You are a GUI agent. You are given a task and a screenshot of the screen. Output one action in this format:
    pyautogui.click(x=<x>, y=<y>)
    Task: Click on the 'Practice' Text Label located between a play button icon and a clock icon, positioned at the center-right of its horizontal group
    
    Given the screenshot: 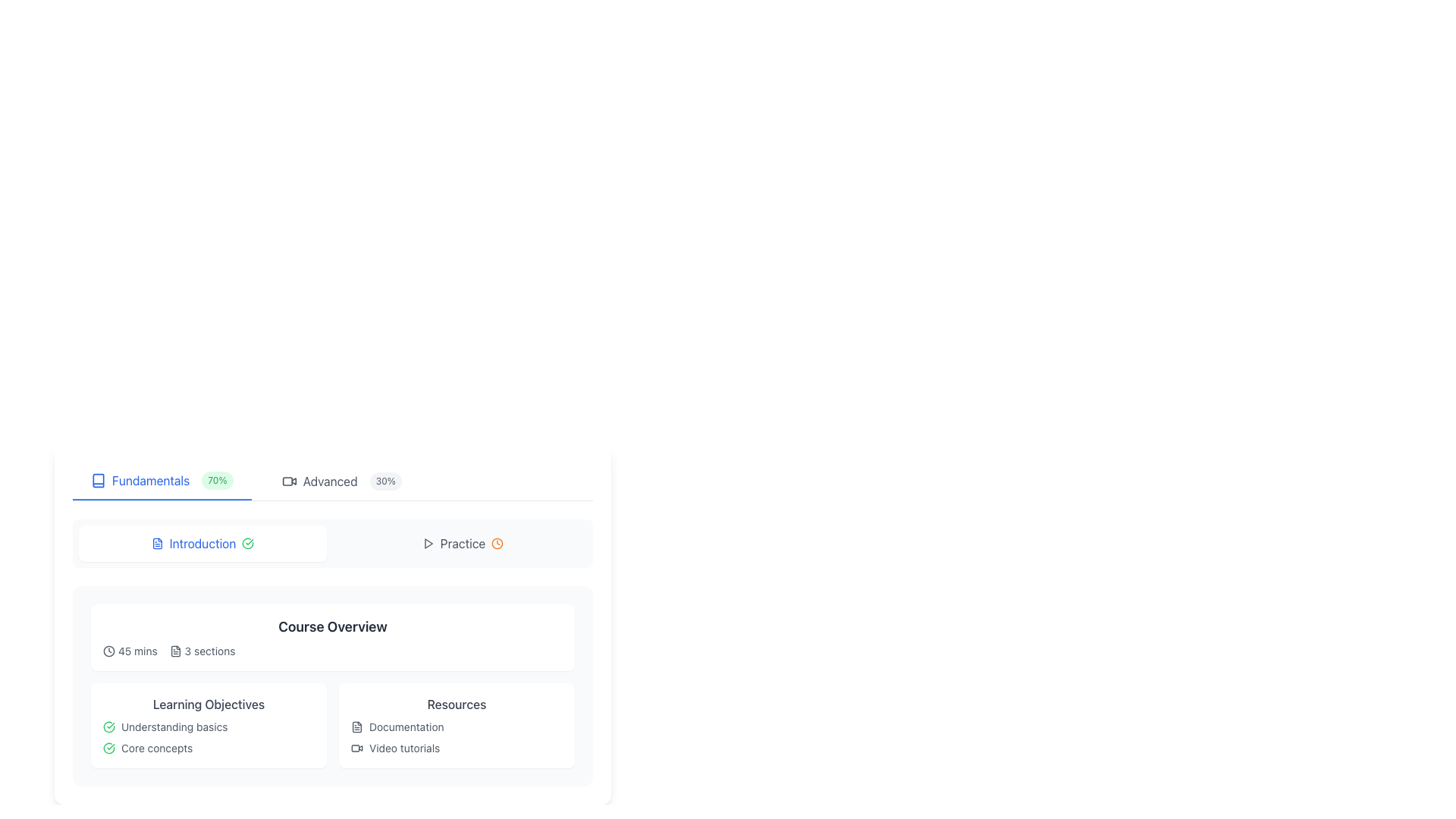 What is the action you would take?
    pyautogui.click(x=462, y=543)
    